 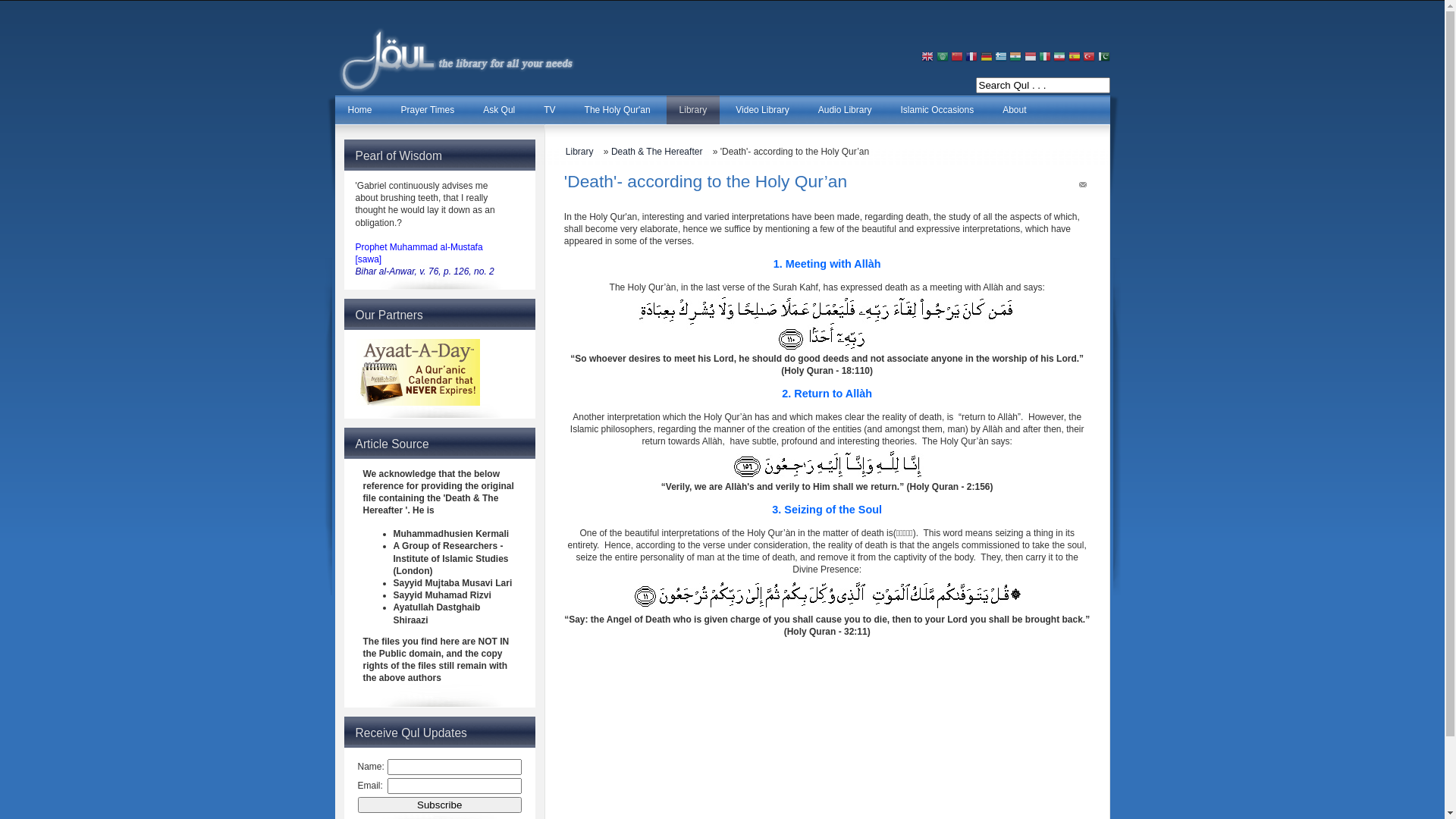 I want to click on 'Arabic', so click(x=942, y=57).